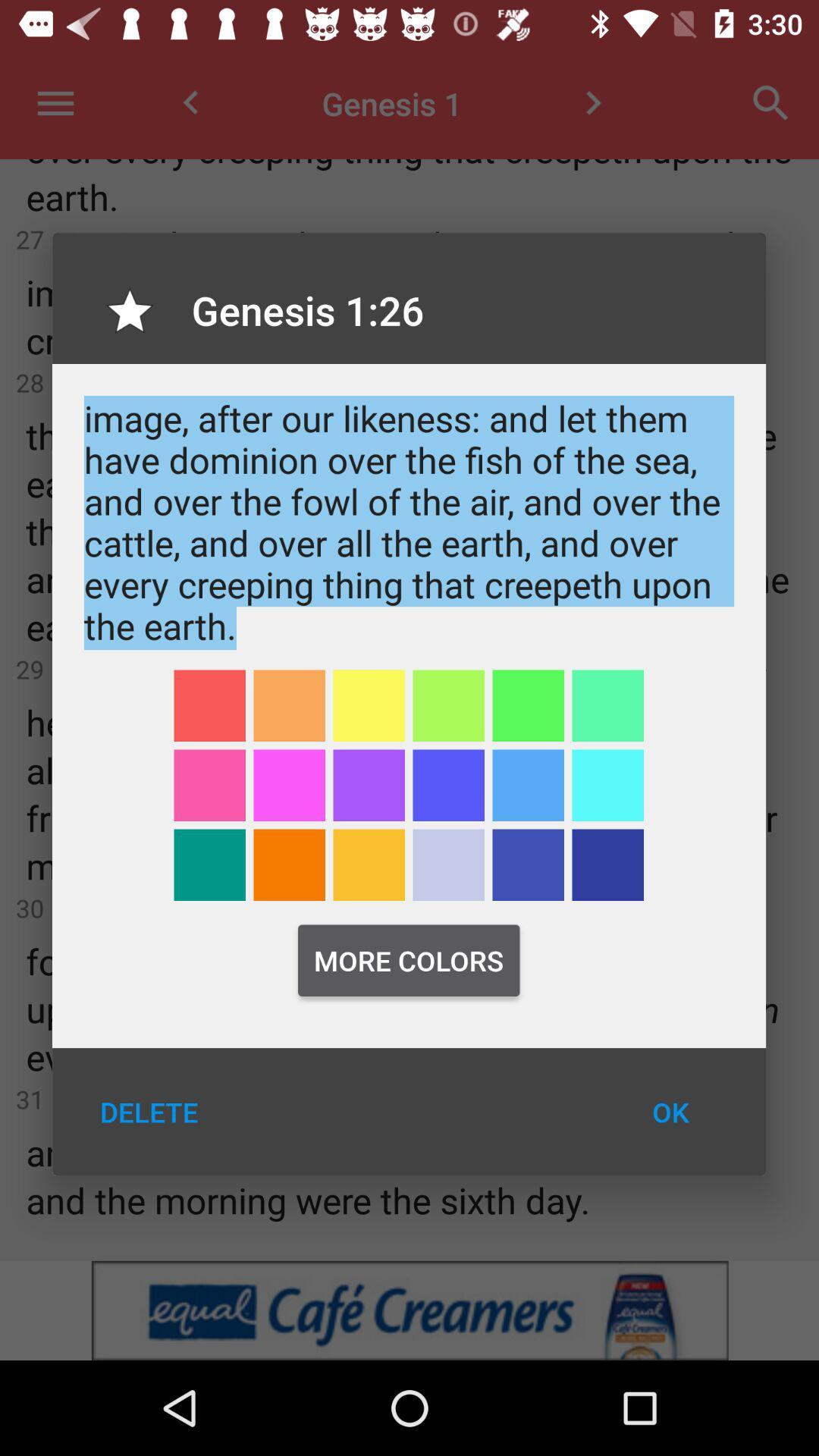 This screenshot has width=819, height=1456. What do you see at coordinates (209, 704) in the screenshot?
I see `the item below the and god said item` at bounding box center [209, 704].